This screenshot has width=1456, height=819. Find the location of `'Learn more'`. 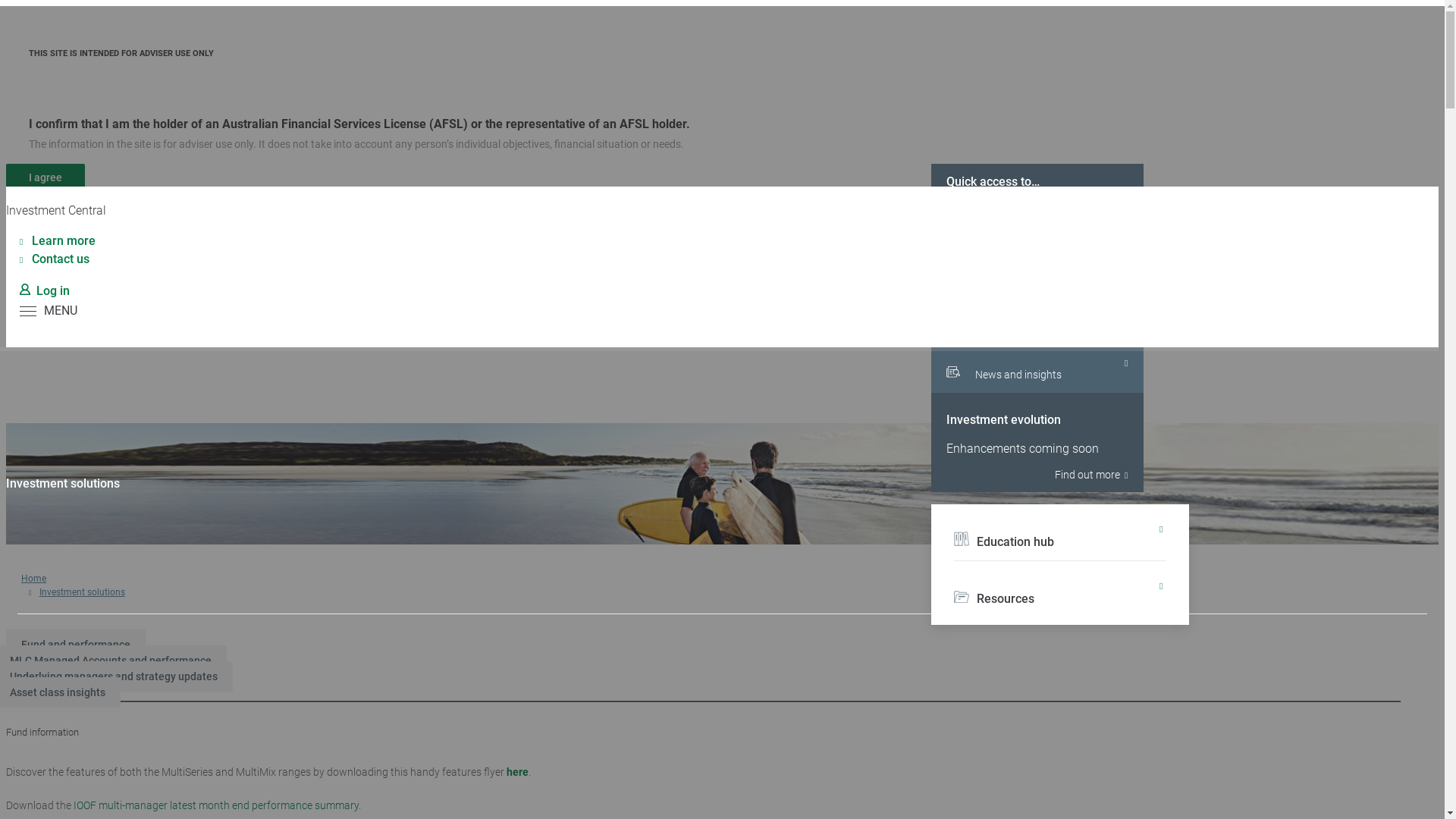

'Learn more' is located at coordinates (58, 240).